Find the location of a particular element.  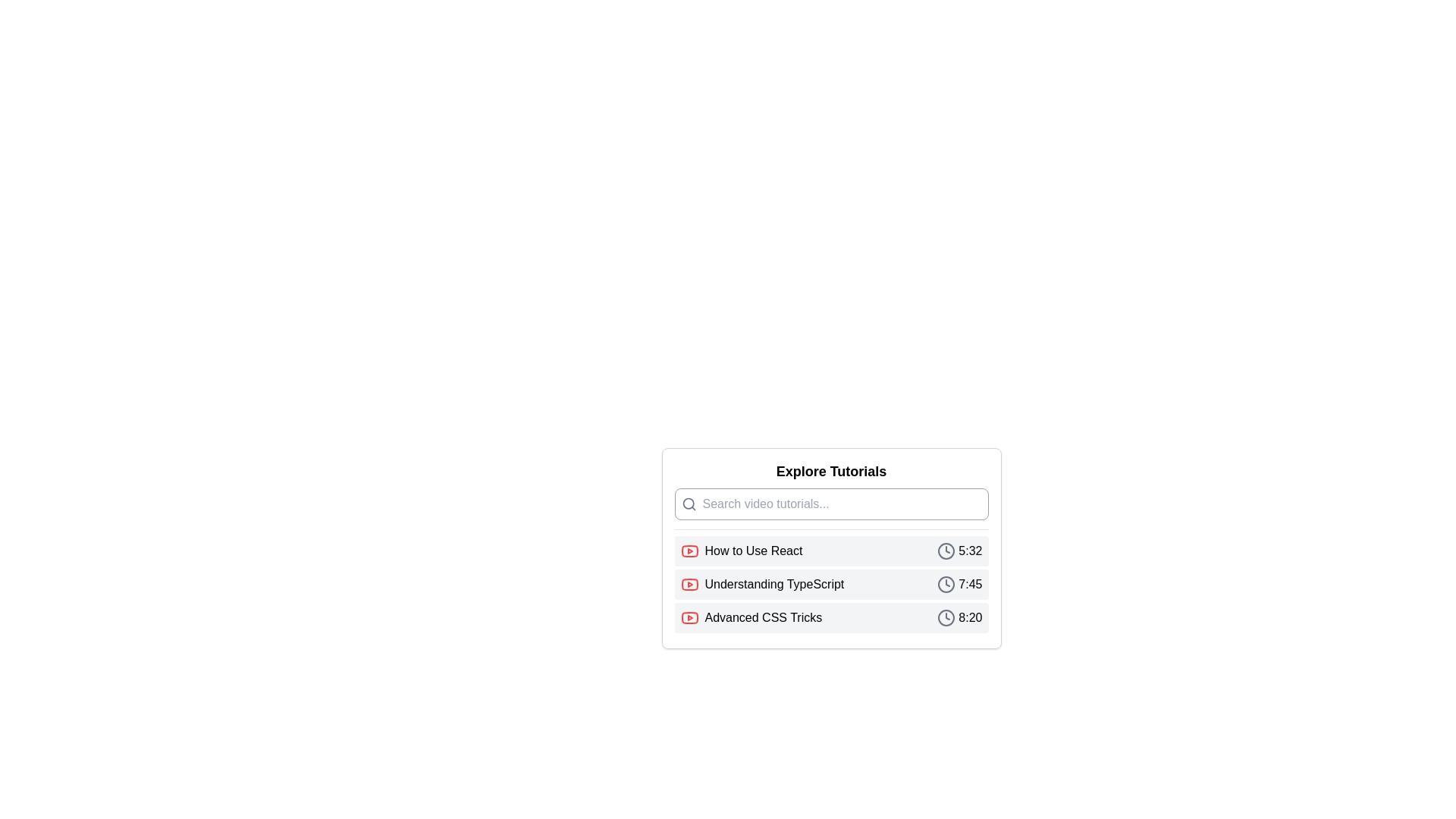

the time duration icon located to the left of the '5:32' text in the first row of the video tutorial list is located at coordinates (946, 551).